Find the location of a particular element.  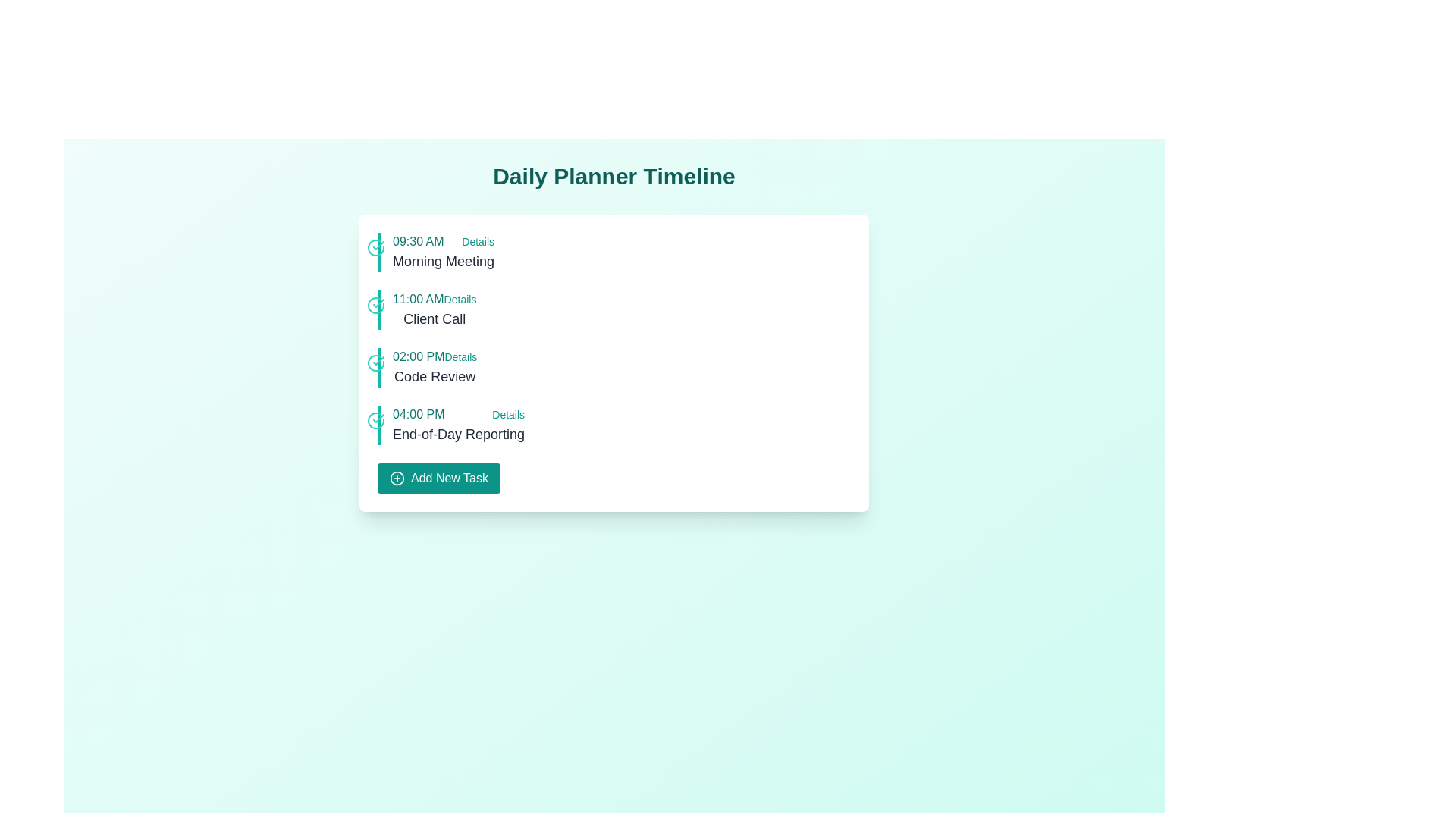

the 'Details' link in the Timeline entry labeled 'End-of-Day Reporting', which is styled in teal and positioned above the time string '04:00 PM' is located at coordinates (457, 425).